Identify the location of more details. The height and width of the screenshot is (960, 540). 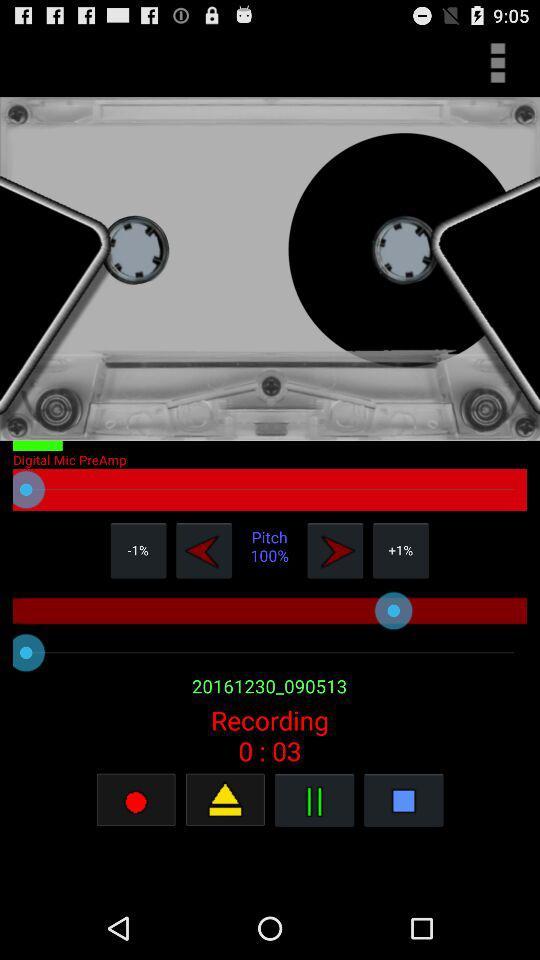
(496, 62).